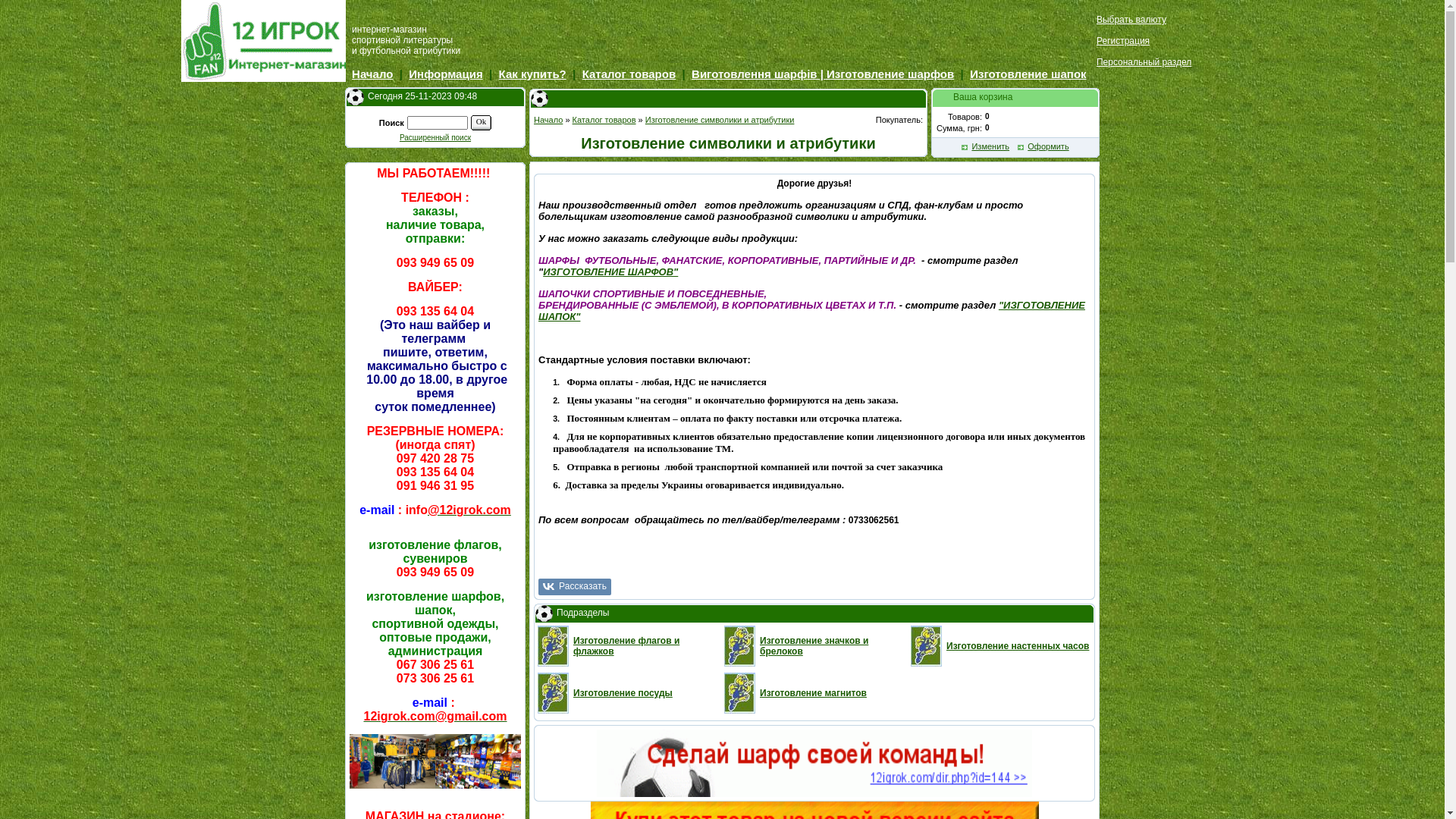 The width and height of the screenshot is (1456, 819). I want to click on '@12igrok.com', so click(469, 511).